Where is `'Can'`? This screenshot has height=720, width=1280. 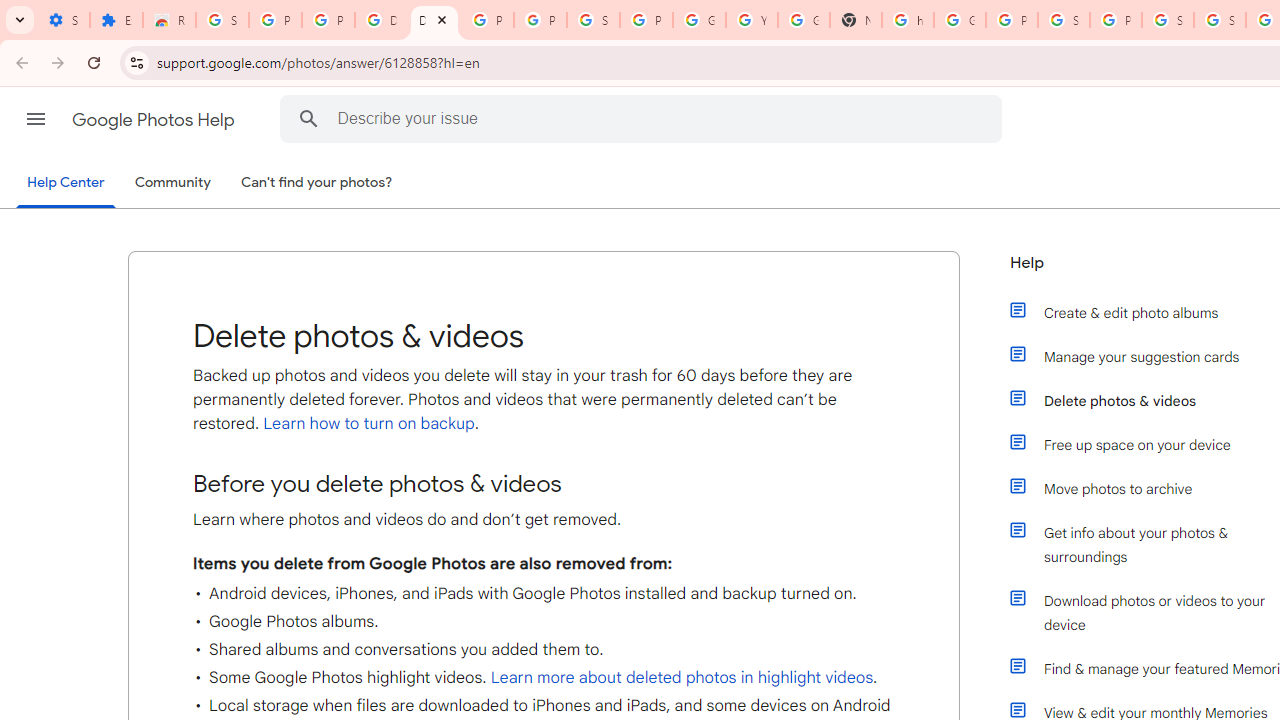 'Can' is located at coordinates (316, 183).